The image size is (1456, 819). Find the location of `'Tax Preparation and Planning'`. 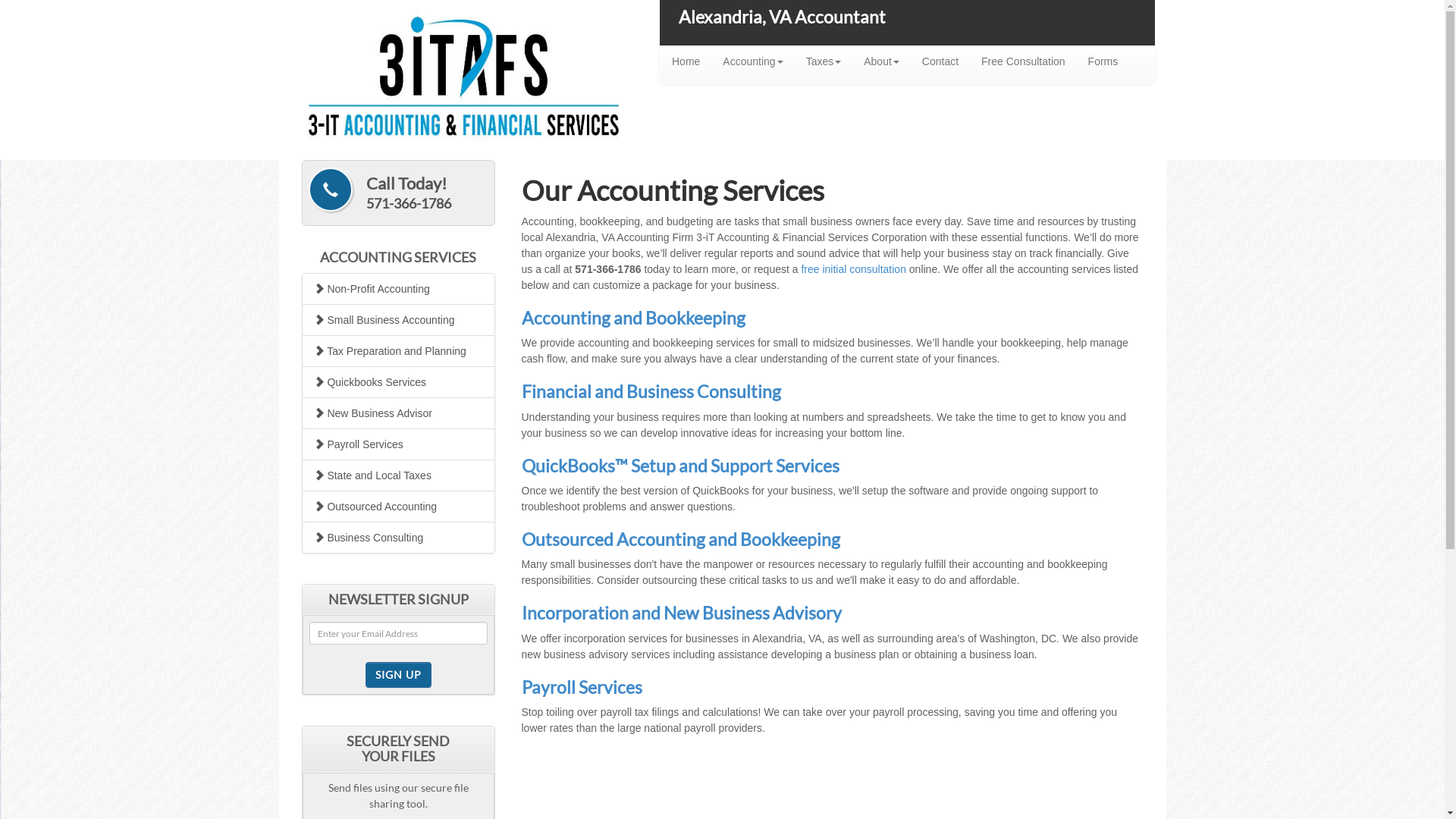

'Tax Preparation and Planning' is located at coordinates (398, 350).